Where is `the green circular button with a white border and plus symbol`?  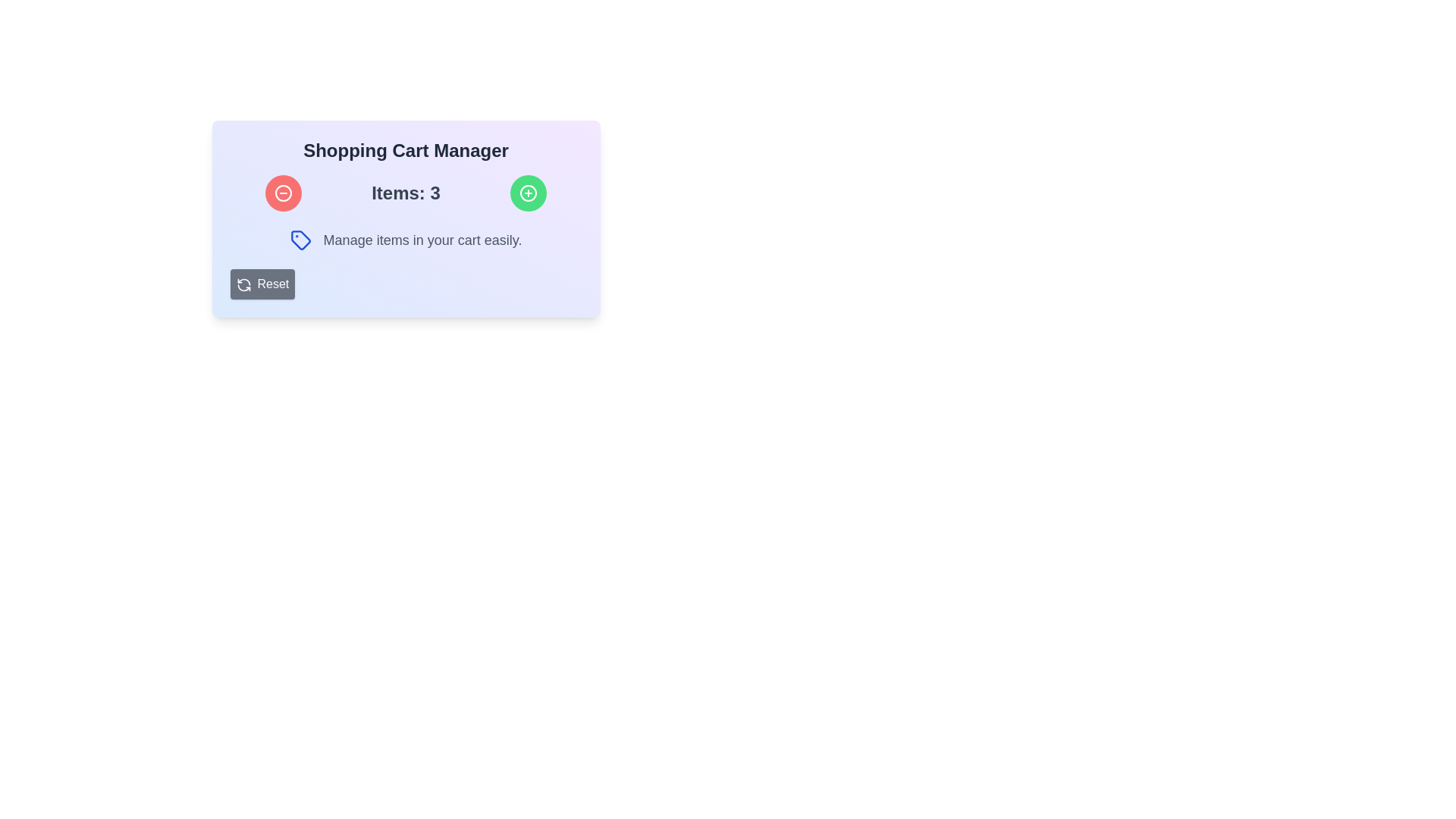 the green circular button with a white border and plus symbol is located at coordinates (528, 192).